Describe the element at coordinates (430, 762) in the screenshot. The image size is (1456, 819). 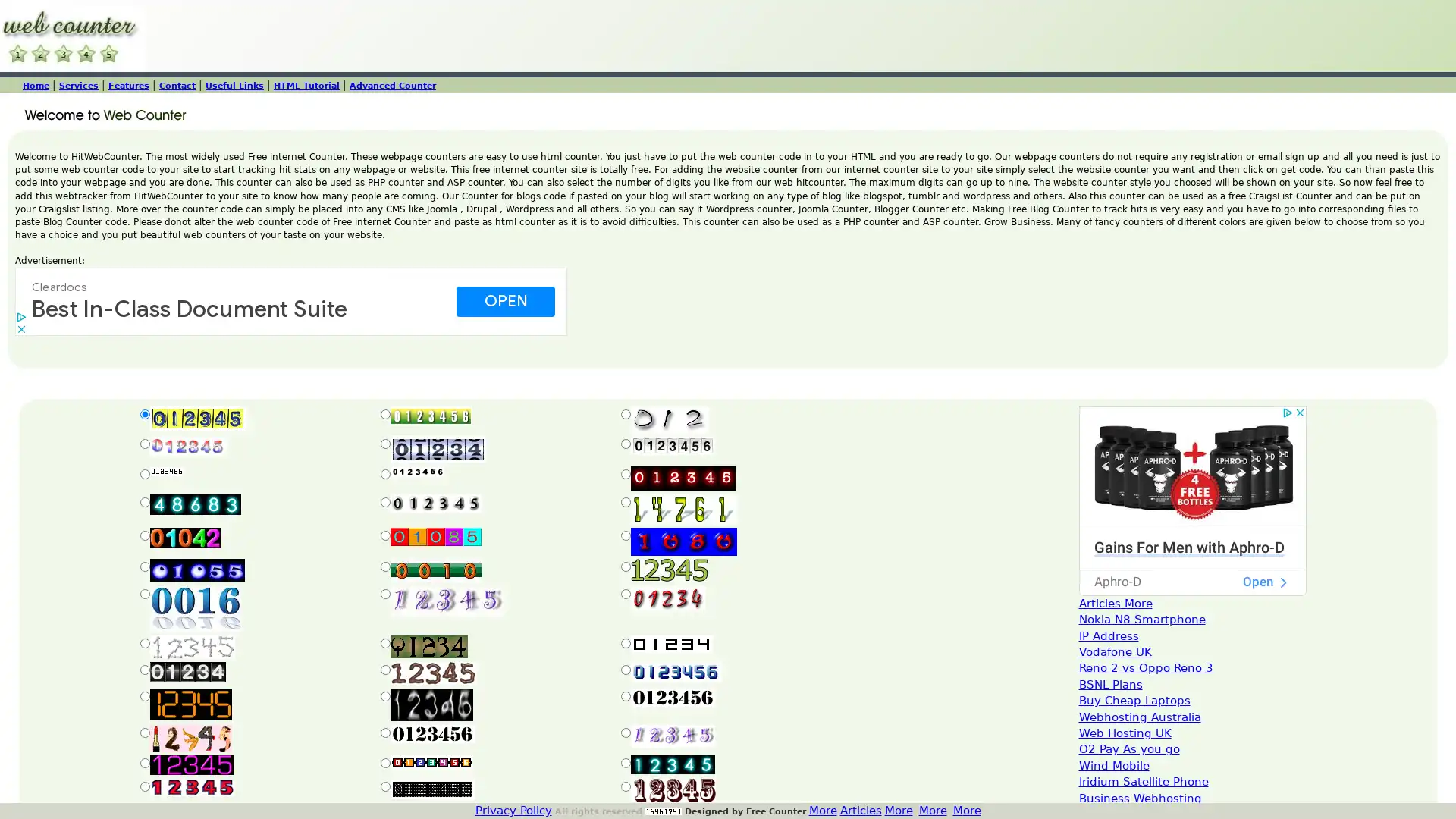
I see `Submit` at that location.